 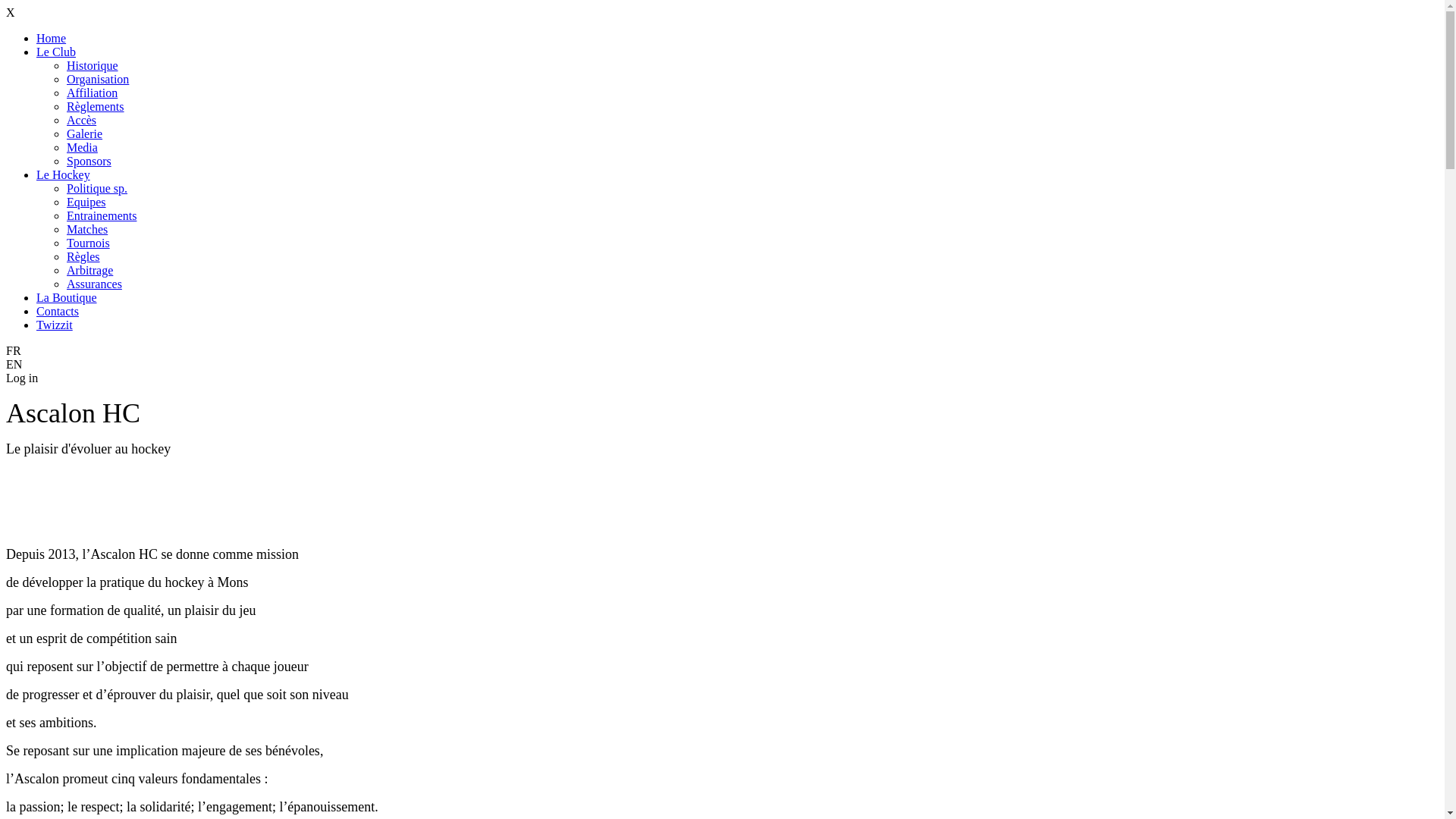 I want to click on 'La Boutique', so click(x=36, y=297).